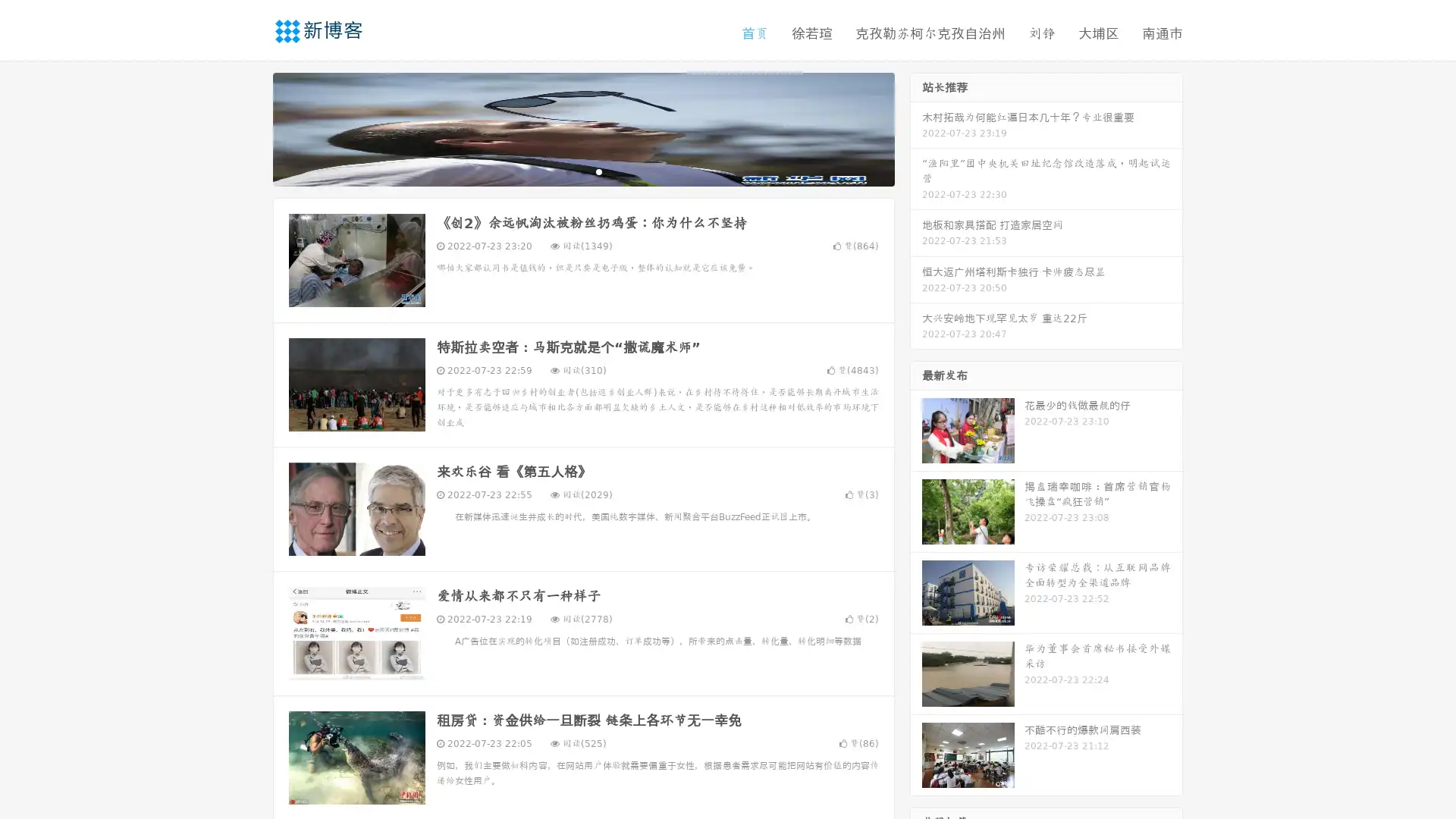 The image size is (1456, 819). I want to click on Next slide, so click(916, 127).